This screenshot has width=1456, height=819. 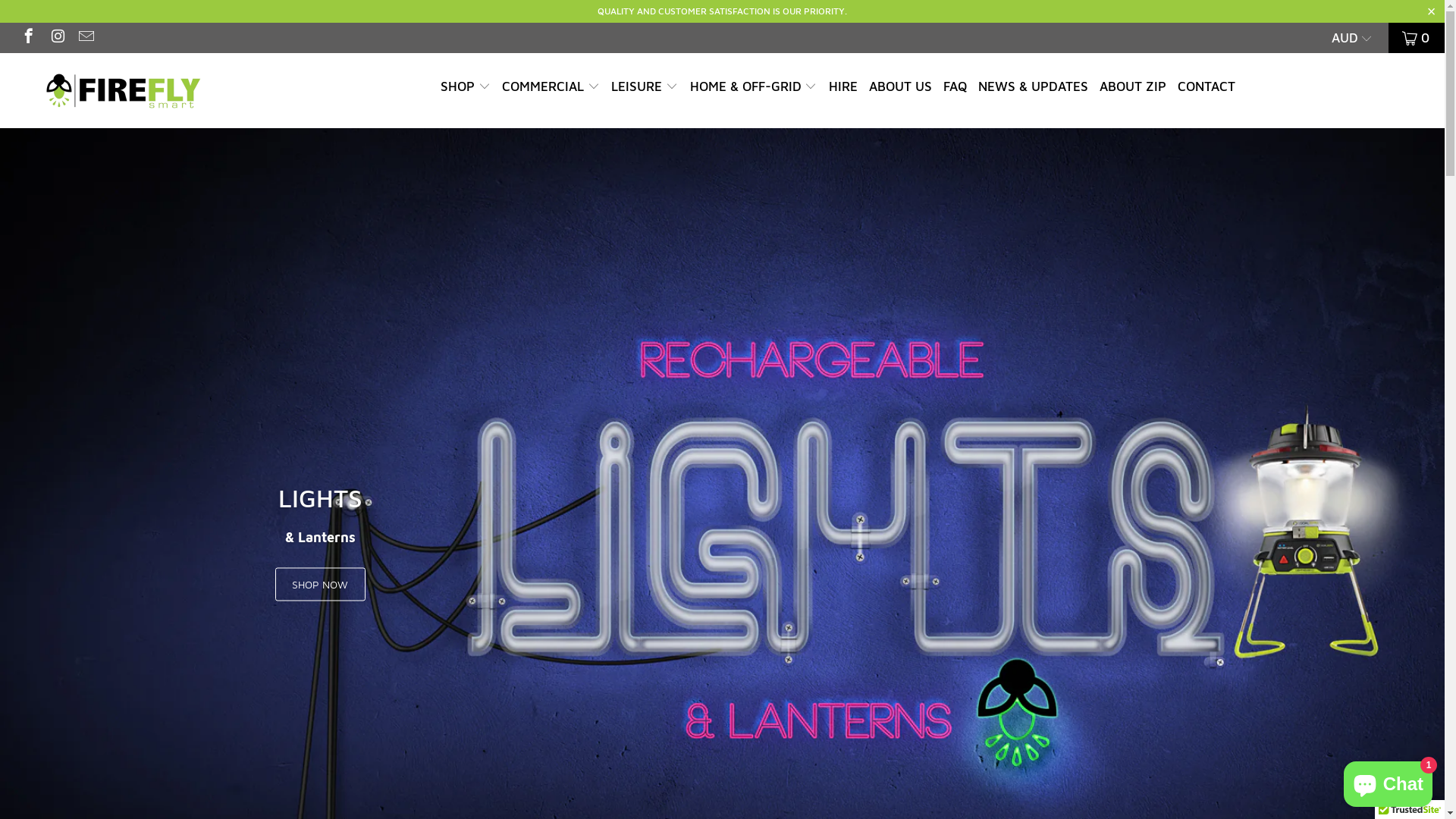 I want to click on 'SHOP', so click(x=465, y=87).